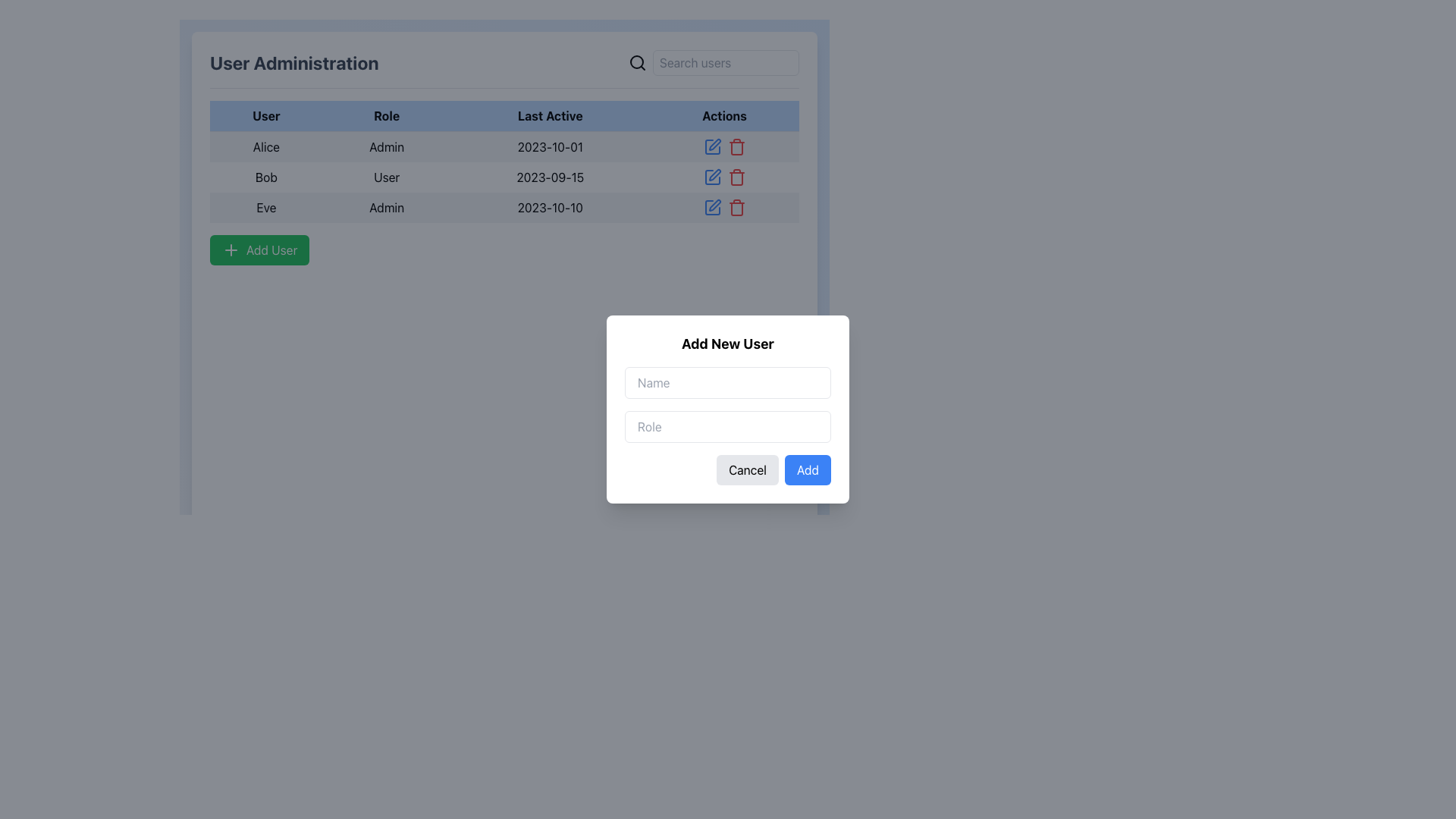  I want to click on the input field of the search bar located in the top-right section of the 'User Administration' panel to focus on it, so click(713, 62).